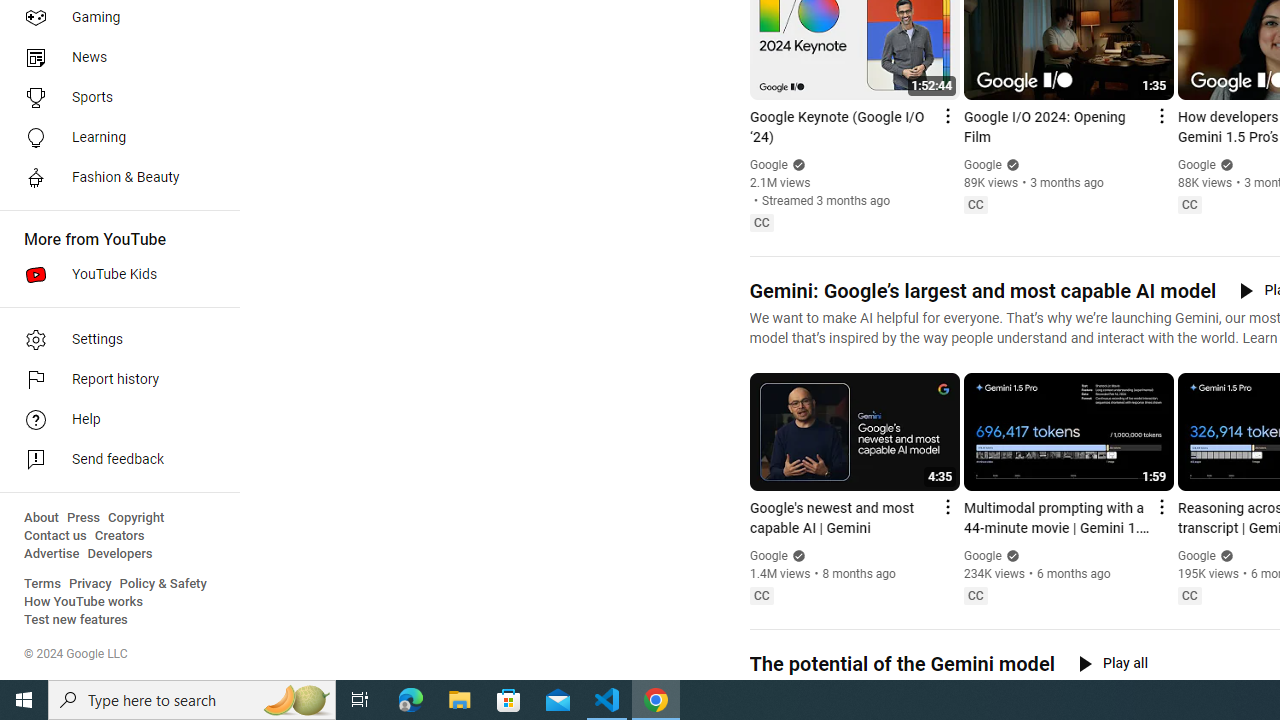 The height and width of the screenshot is (720, 1280). What do you see at coordinates (119, 554) in the screenshot?
I see `'Developers'` at bounding box center [119, 554].